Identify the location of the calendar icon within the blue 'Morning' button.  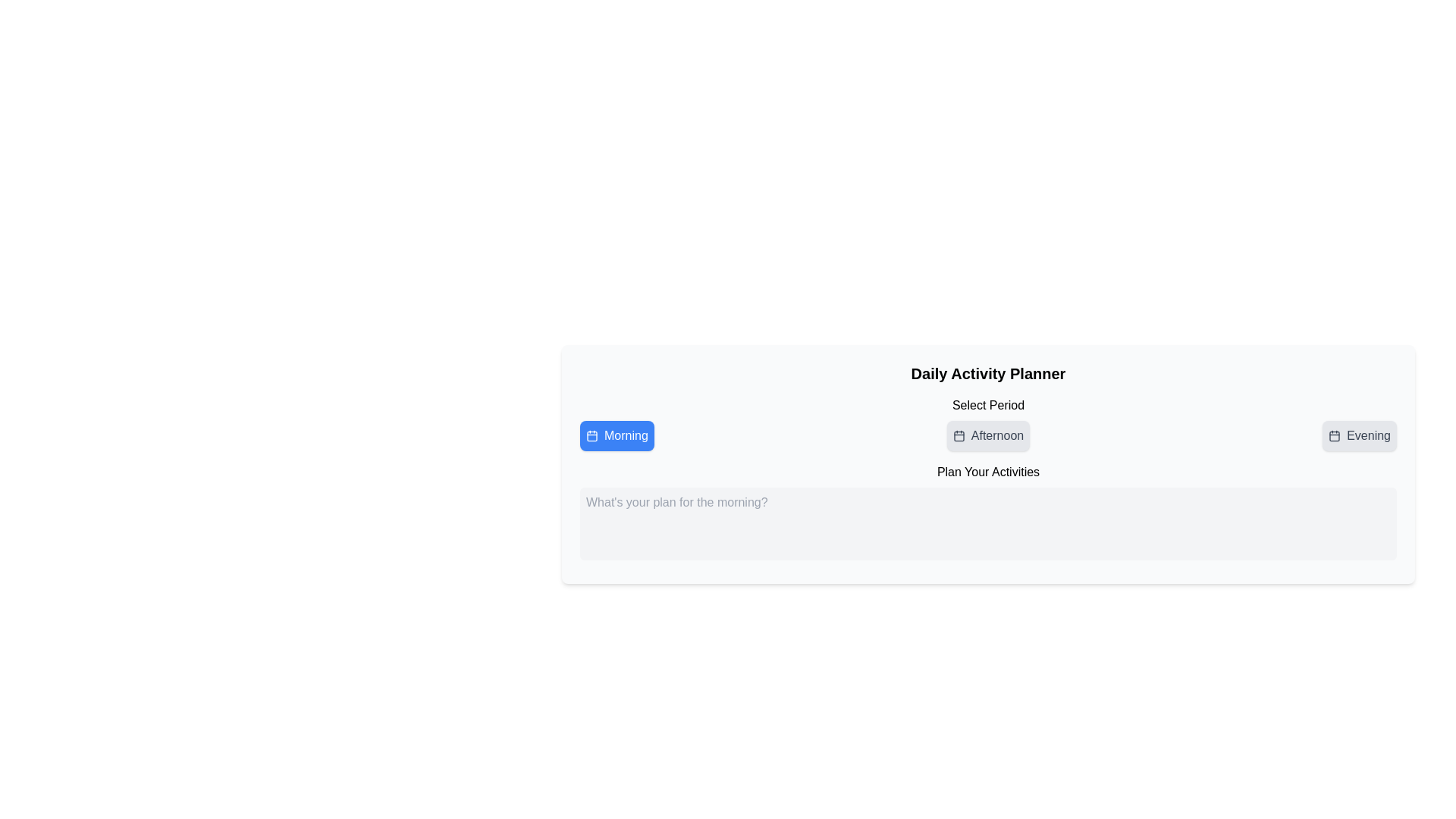
(591, 435).